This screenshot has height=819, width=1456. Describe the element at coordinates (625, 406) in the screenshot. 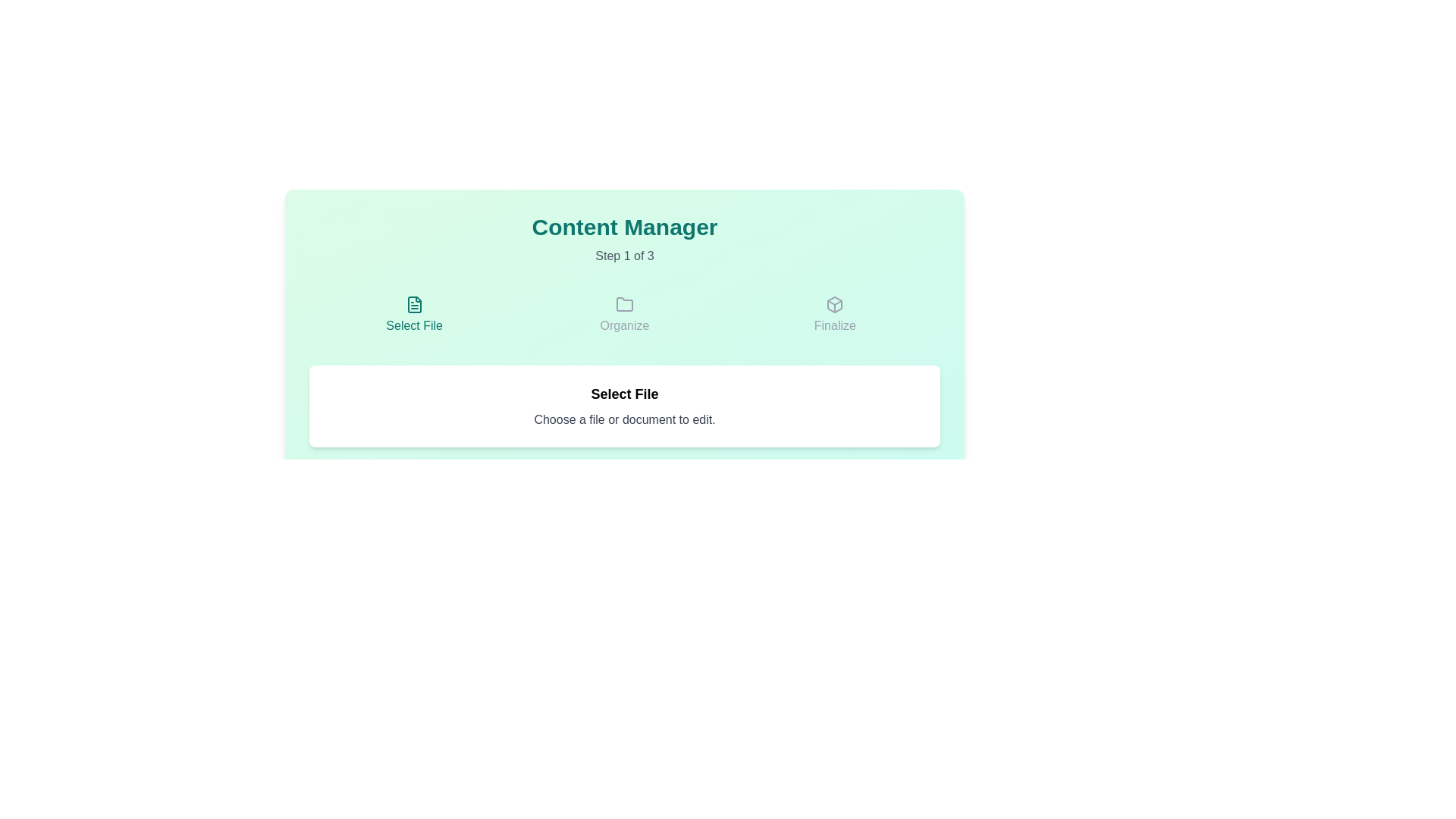

I see `the informative Label styled as a card that instructs the user to select a file for editing, located centrally in the interface` at that location.